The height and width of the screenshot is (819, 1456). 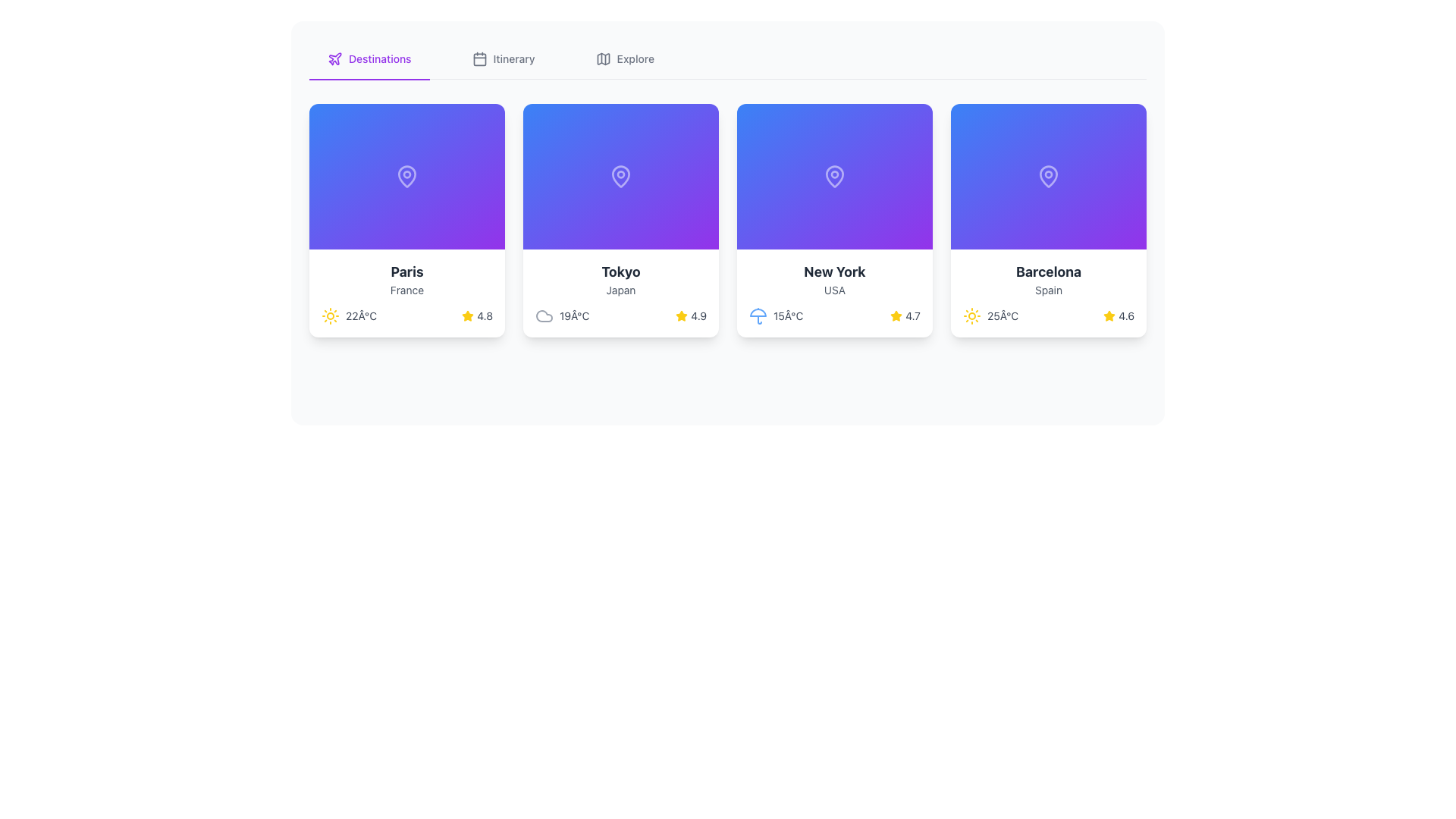 I want to click on the bold text label displaying 'Barcelona', which is prominently featured in a card layout with a gradient blue background, located above the label 'Spain', so click(x=1047, y=271).